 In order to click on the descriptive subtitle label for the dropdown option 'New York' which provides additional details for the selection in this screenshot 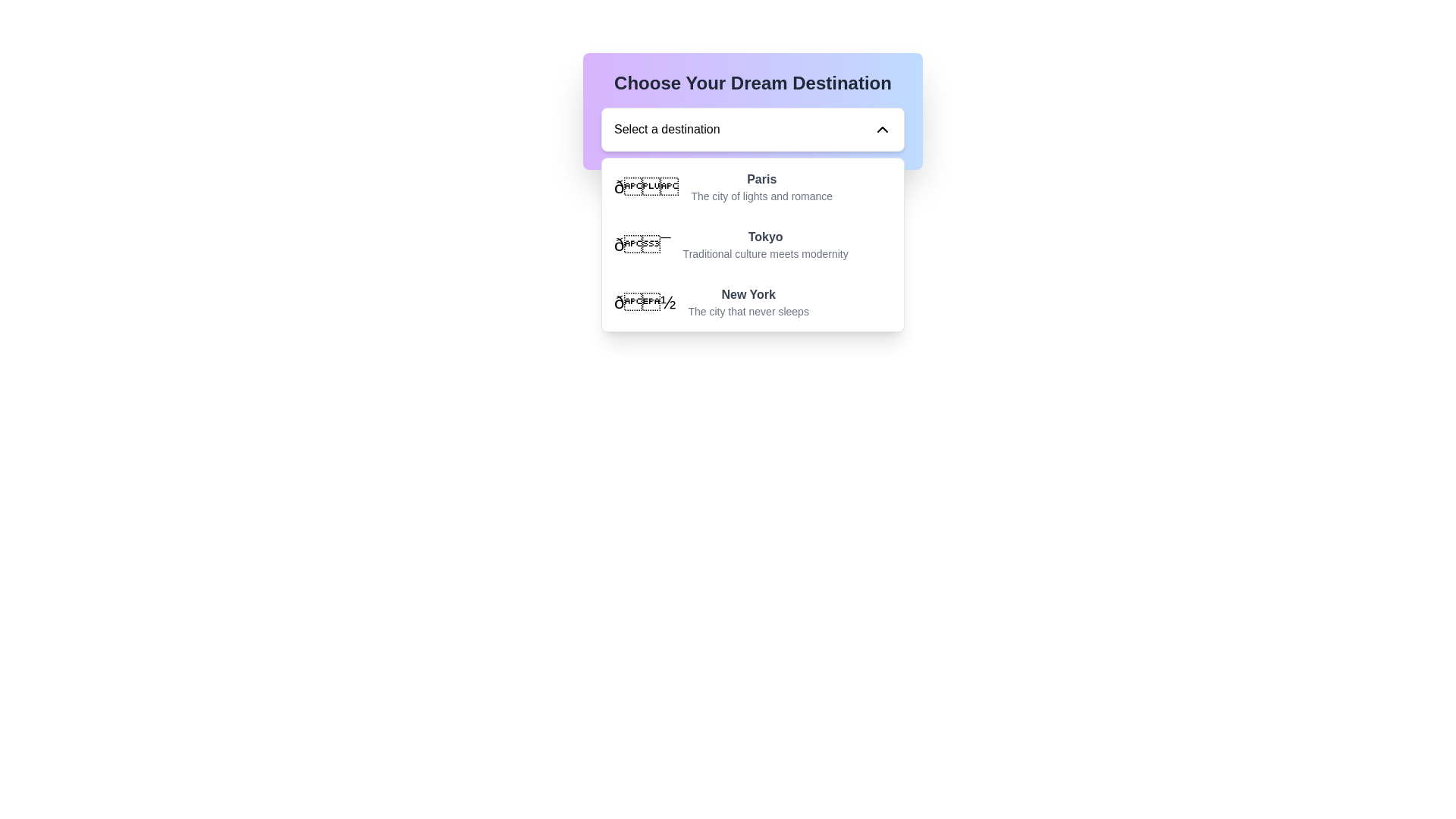, I will do `click(748, 311)`.